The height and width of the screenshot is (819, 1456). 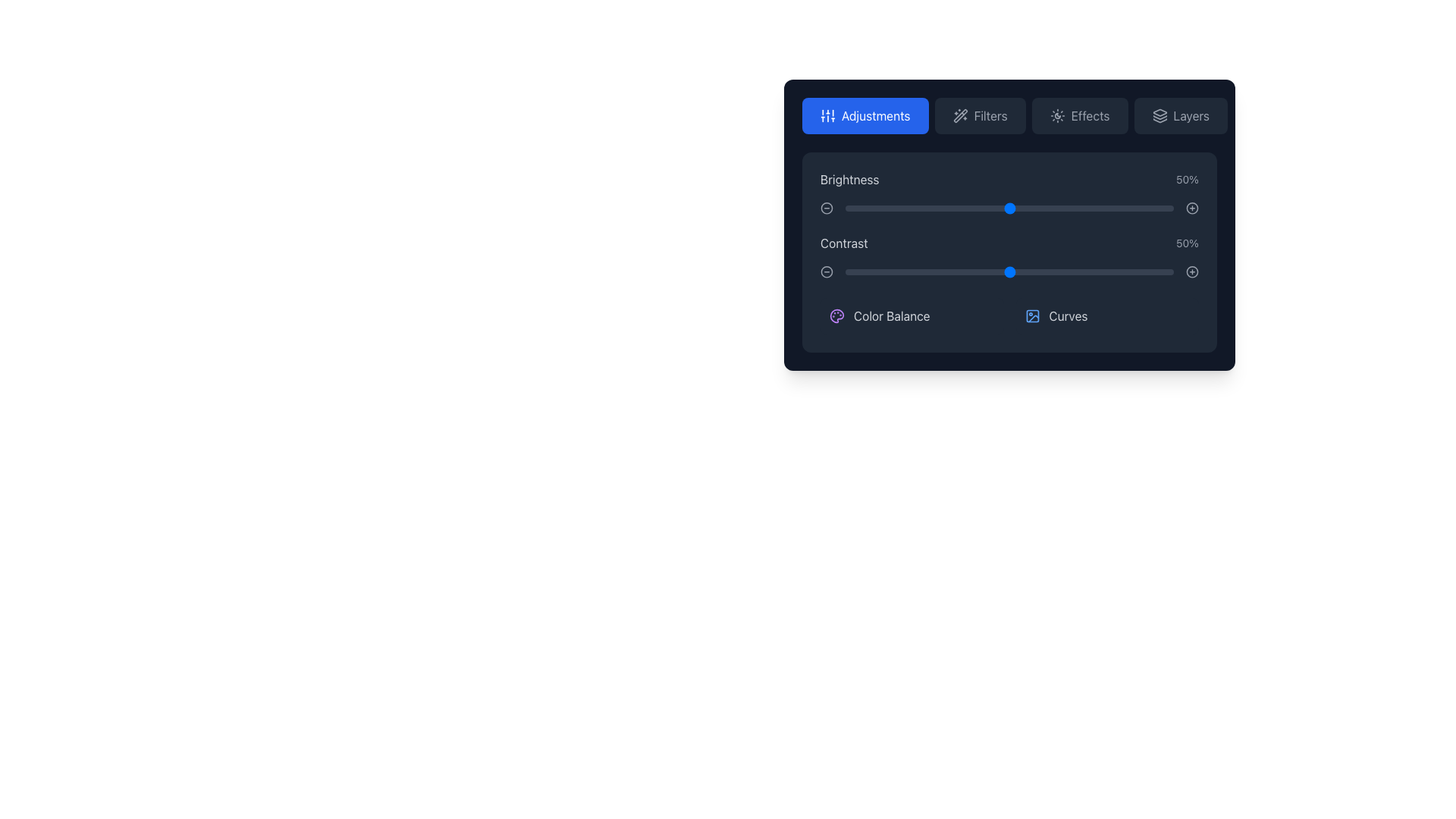 I want to click on the wand-like icon with sparkles adjacent to the 'Filters' text, so click(x=959, y=115).